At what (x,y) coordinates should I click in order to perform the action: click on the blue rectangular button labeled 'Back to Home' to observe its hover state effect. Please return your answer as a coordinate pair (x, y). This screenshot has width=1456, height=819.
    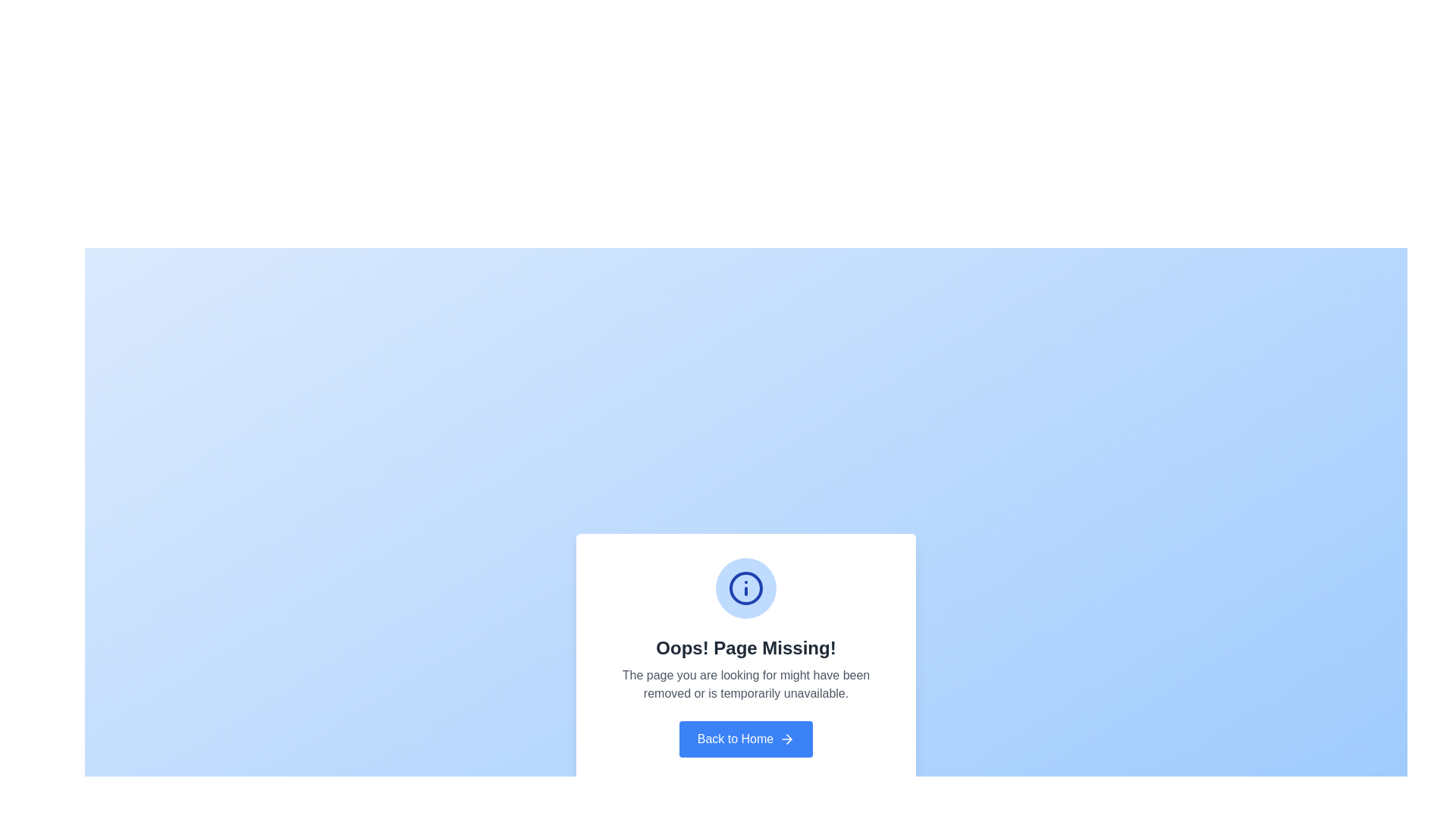
    Looking at the image, I should click on (745, 738).